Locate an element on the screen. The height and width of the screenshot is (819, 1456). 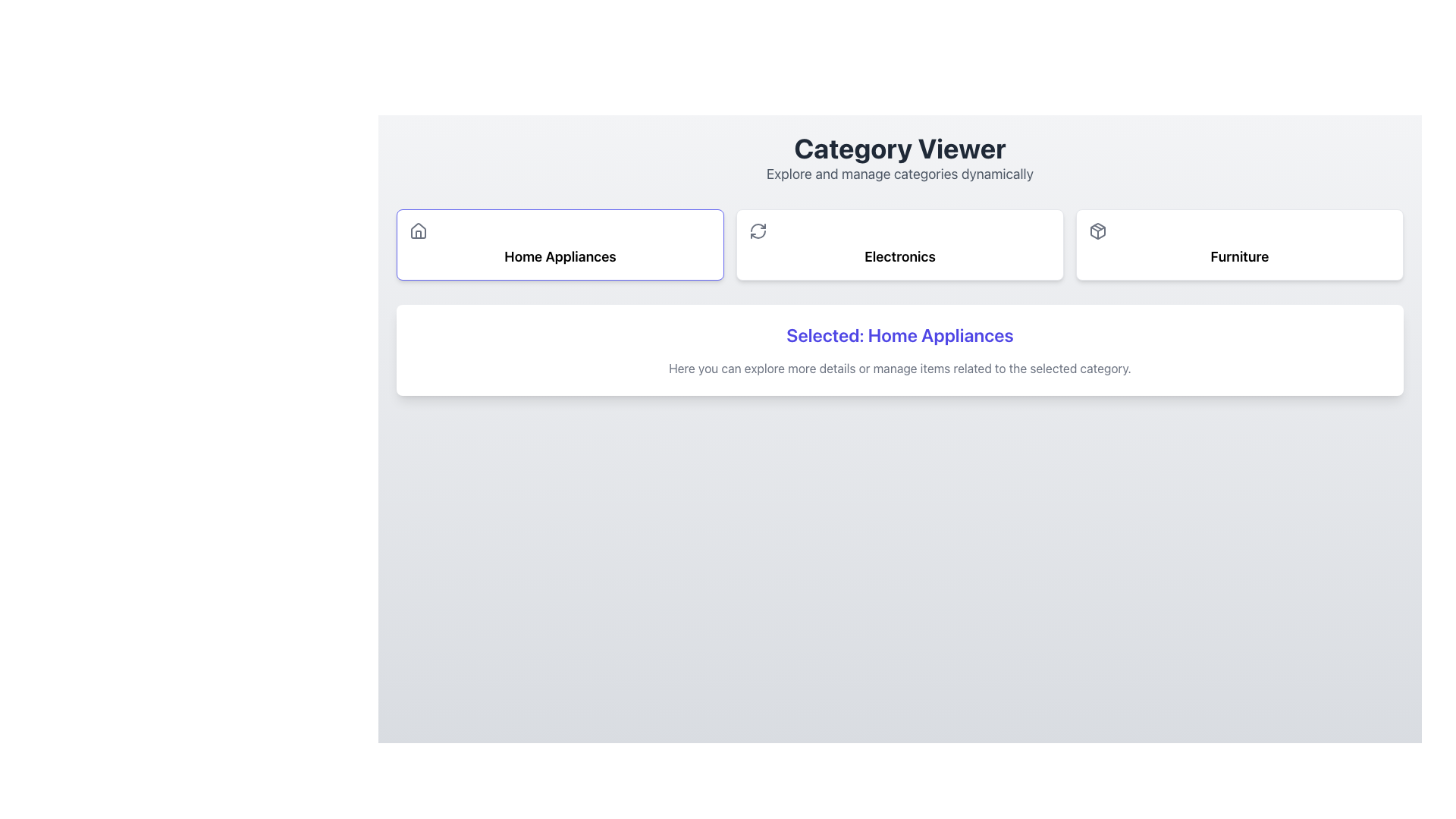
the interactive card labeled 'Electronics' is located at coordinates (899, 244).